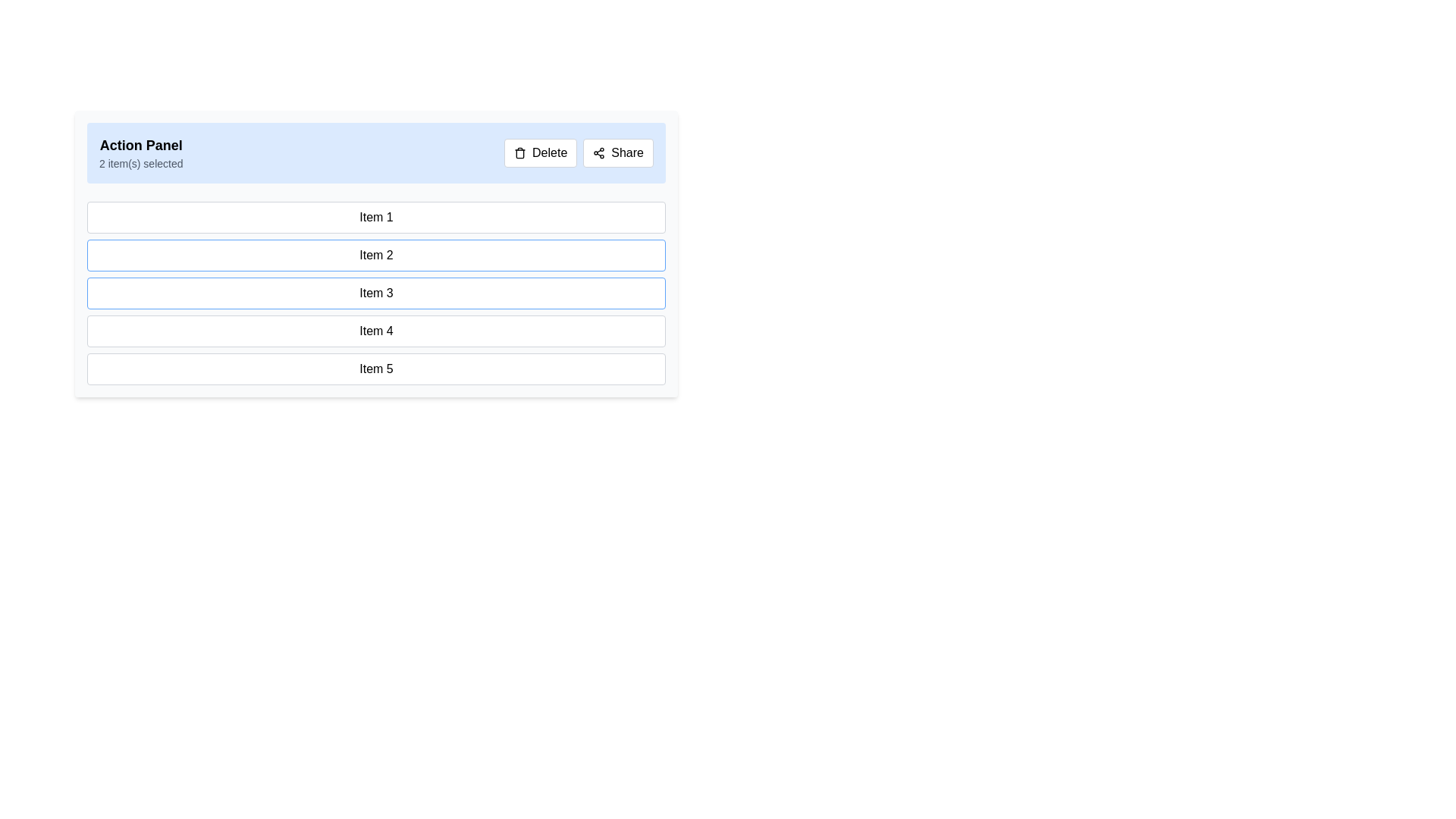 This screenshot has width=1456, height=819. I want to click on the trash can icon within the 'Delete' button, so click(520, 152).